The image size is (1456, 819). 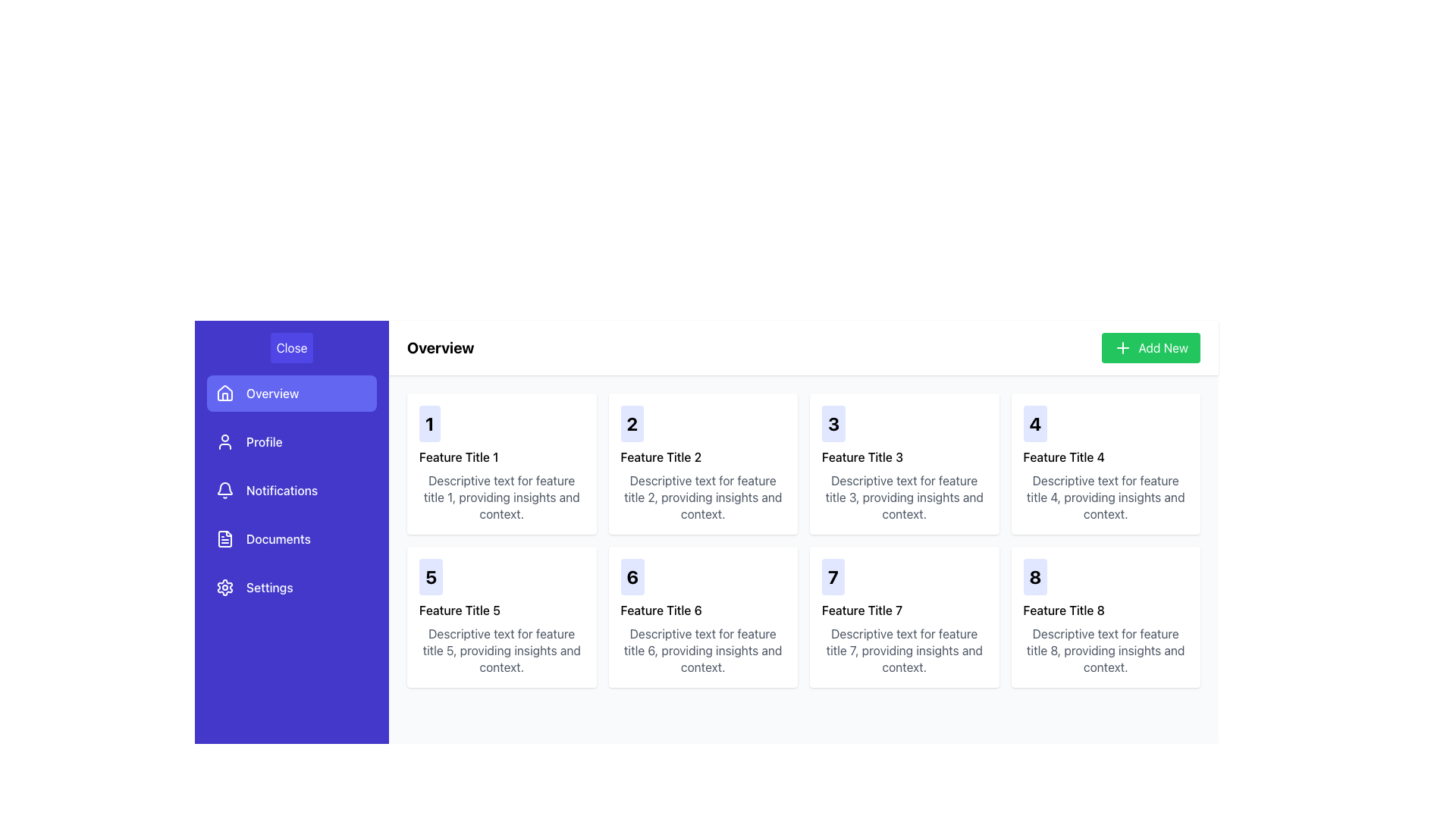 I want to click on the 'Profile' text label in the vertical navigation menu, which is styled in white on a blue background and is positioned between the 'Overview' button and 'Notifications' option, so click(x=264, y=441).